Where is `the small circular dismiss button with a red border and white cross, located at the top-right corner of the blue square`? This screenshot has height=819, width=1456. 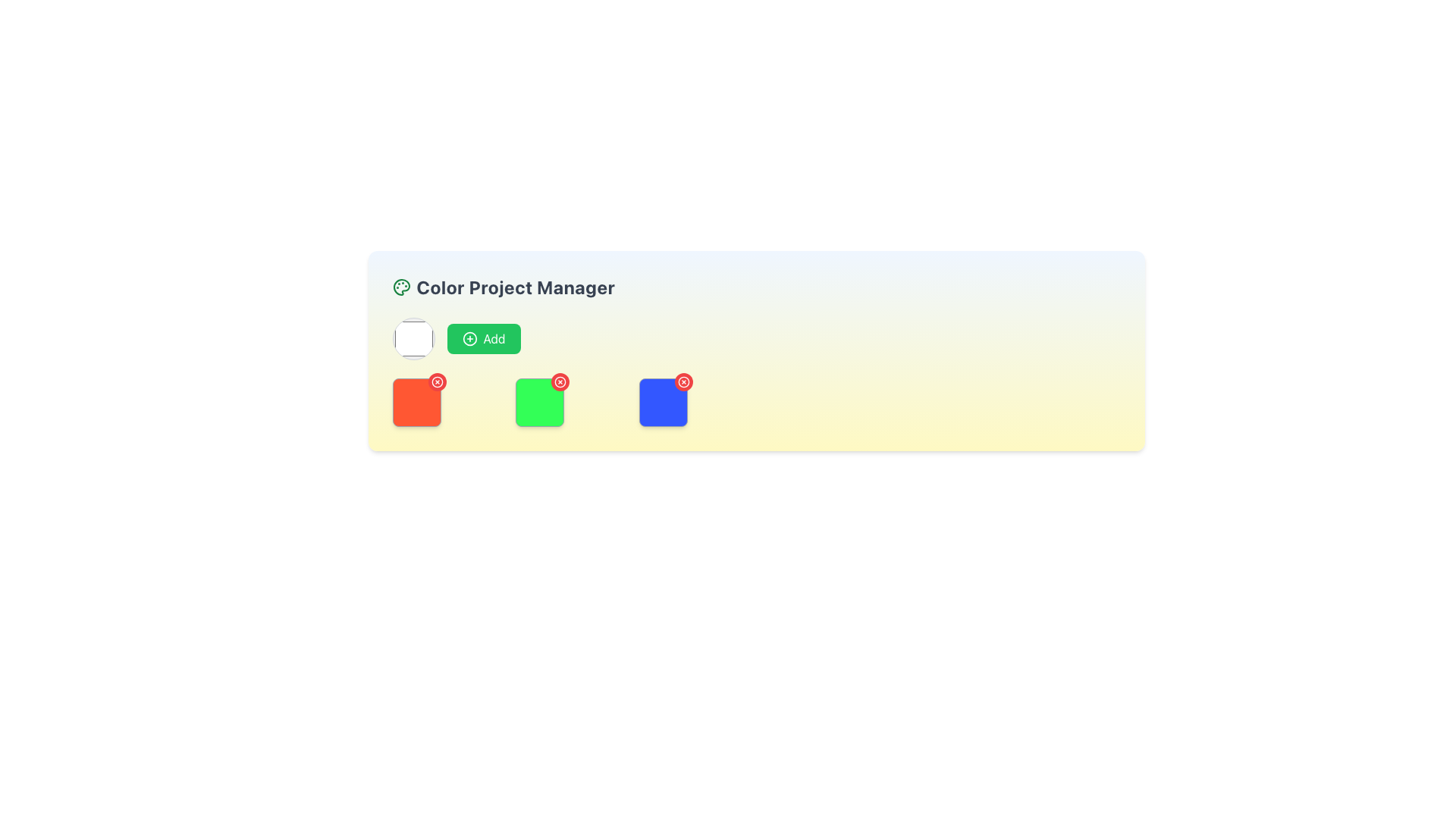 the small circular dismiss button with a red border and white cross, located at the top-right corner of the blue square is located at coordinates (682, 381).